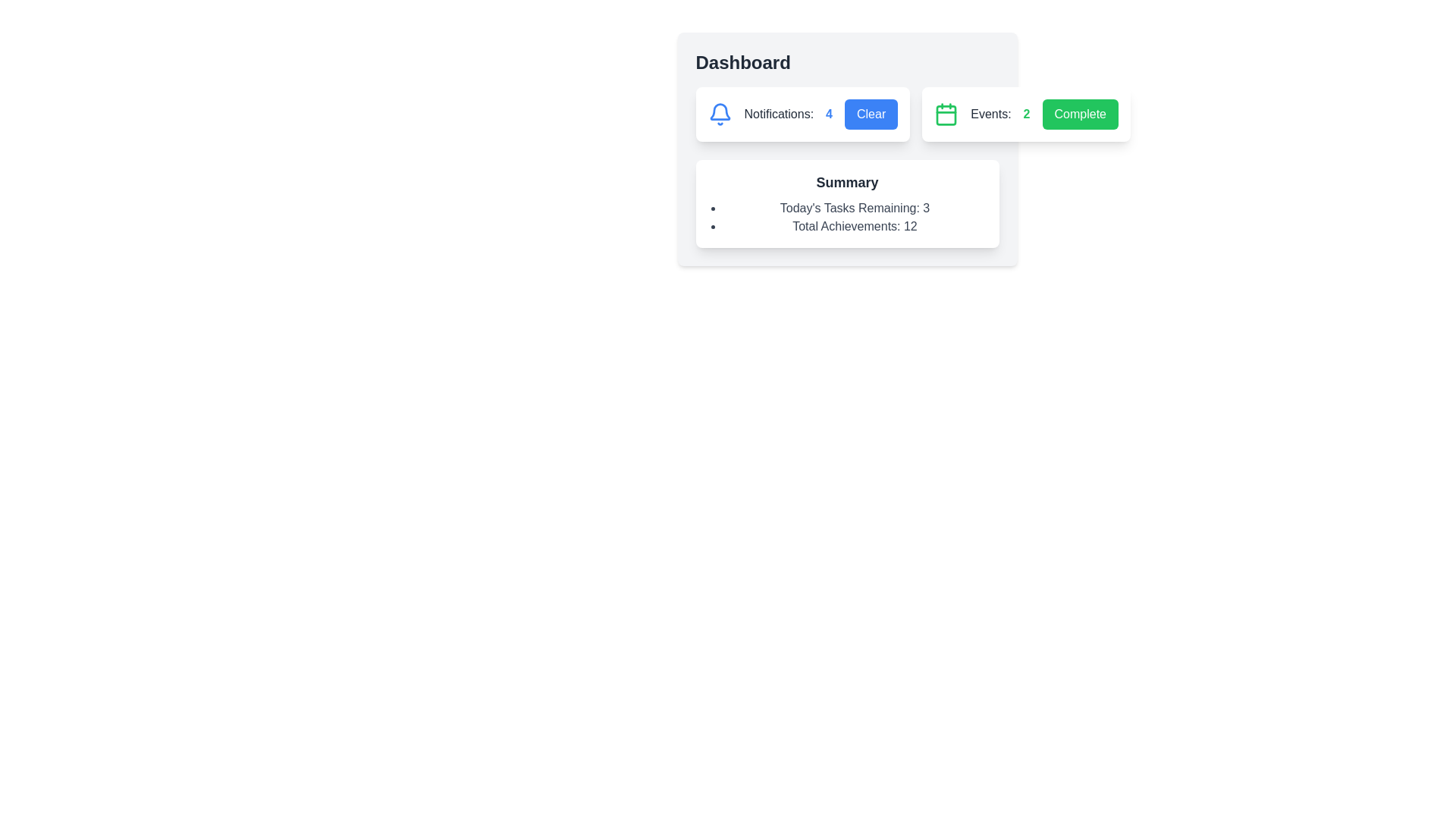 The image size is (1456, 819). I want to click on the 'Summary' heading text, which is styled in bold and larger than adjacent text, to use it as a visual reference for the section, so click(846, 181).